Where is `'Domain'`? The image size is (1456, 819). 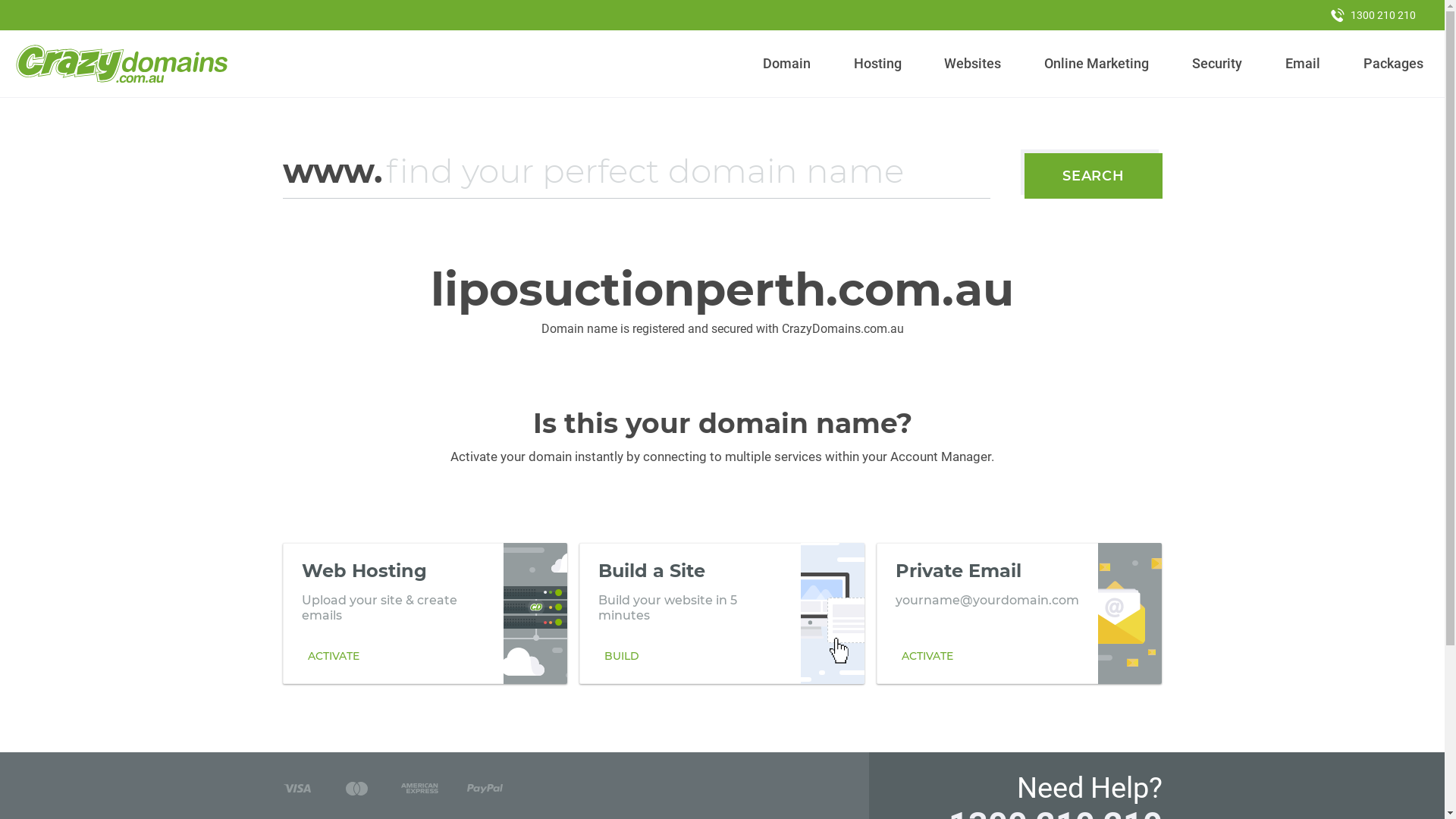 'Domain' is located at coordinates (786, 63).